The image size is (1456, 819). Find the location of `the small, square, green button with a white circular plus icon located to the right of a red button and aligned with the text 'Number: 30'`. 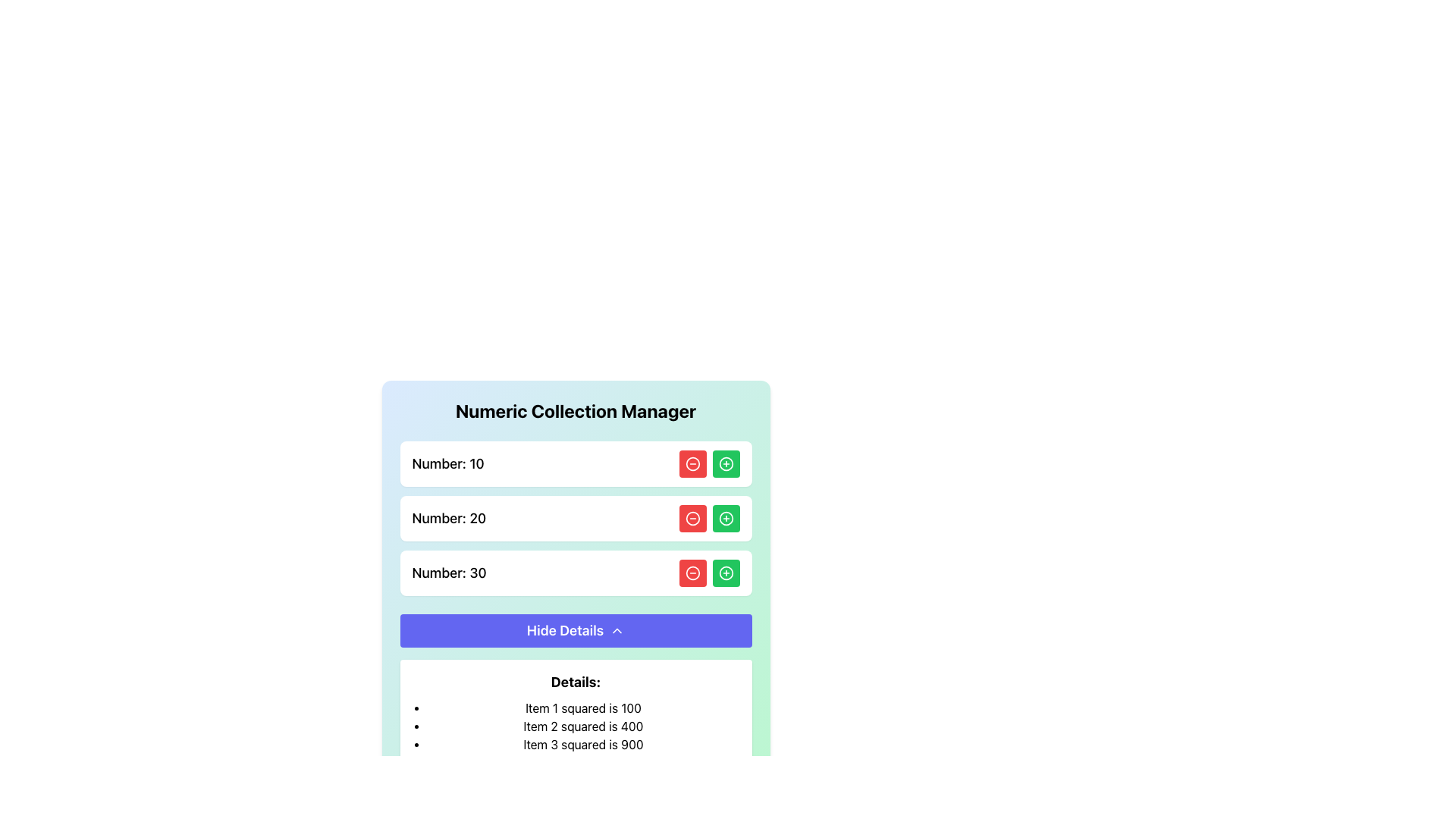

the small, square, green button with a white circular plus icon located to the right of a red button and aligned with the text 'Number: 30' is located at coordinates (725, 463).